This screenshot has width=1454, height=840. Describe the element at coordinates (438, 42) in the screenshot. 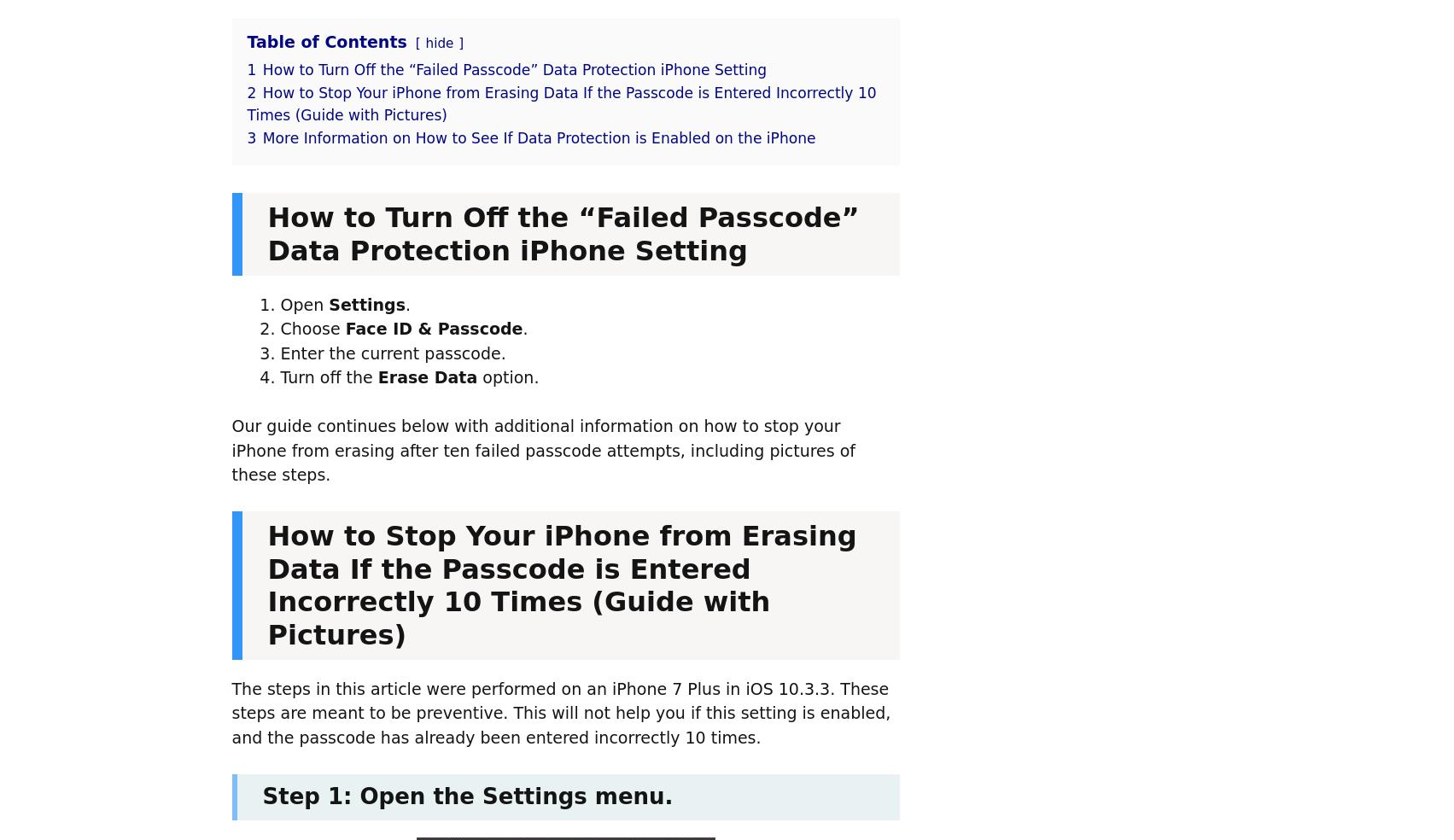

I see `'hide'` at that location.